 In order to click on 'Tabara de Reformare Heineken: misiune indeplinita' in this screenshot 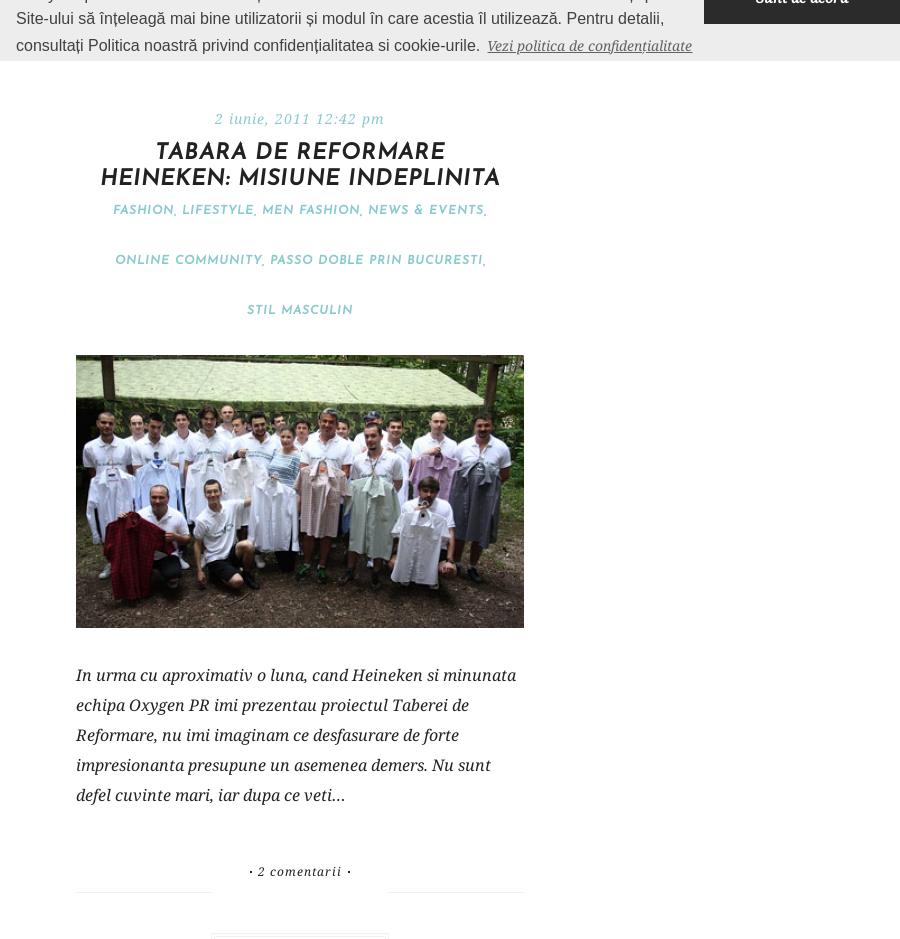, I will do `click(298, 166)`.